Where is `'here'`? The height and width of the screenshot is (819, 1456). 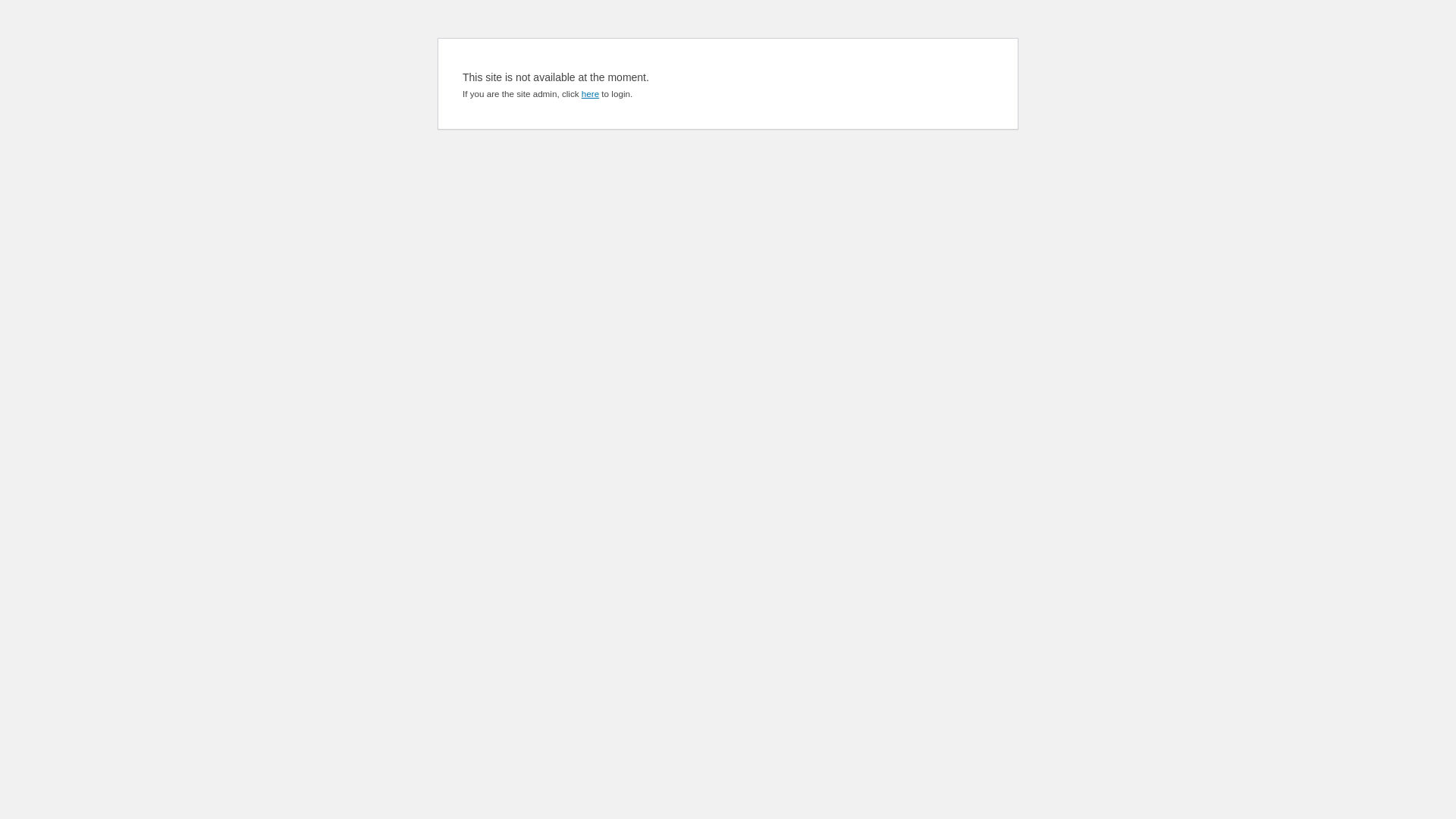 'here' is located at coordinates (589, 93).